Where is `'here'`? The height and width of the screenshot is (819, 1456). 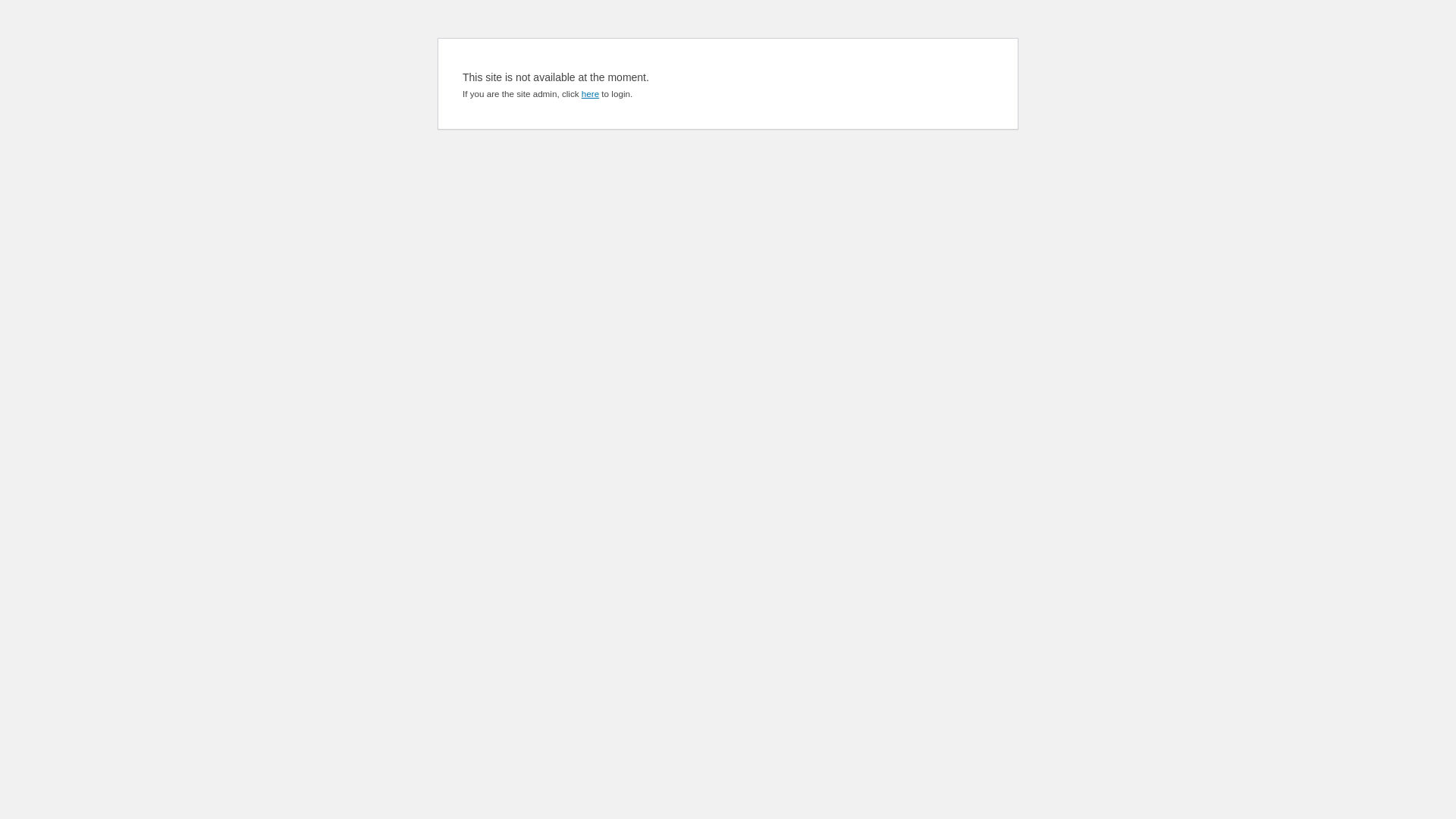 'here' is located at coordinates (589, 93).